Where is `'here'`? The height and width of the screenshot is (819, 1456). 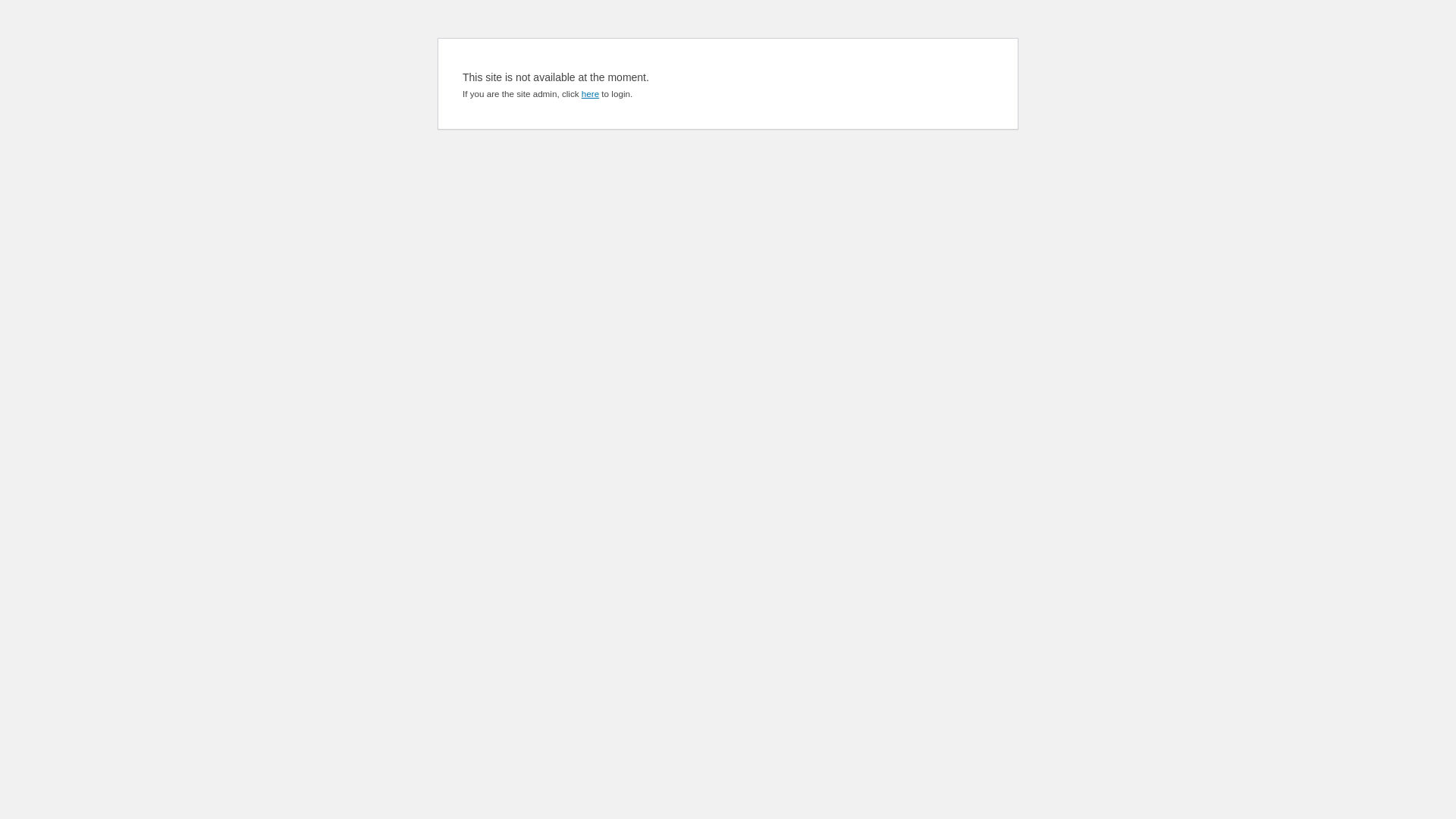 'here' is located at coordinates (589, 93).